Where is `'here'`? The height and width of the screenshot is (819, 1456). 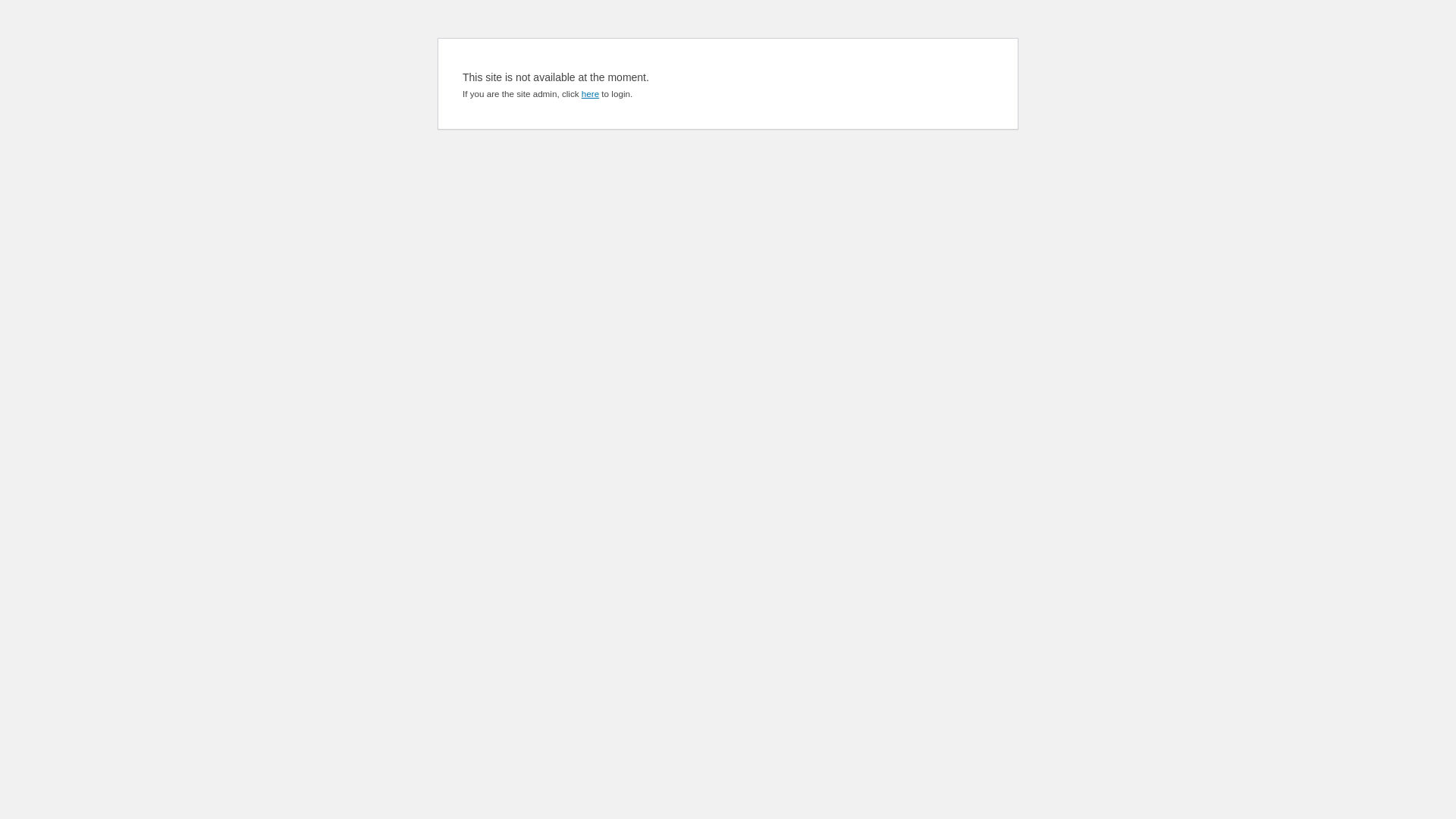 'here' is located at coordinates (589, 93).